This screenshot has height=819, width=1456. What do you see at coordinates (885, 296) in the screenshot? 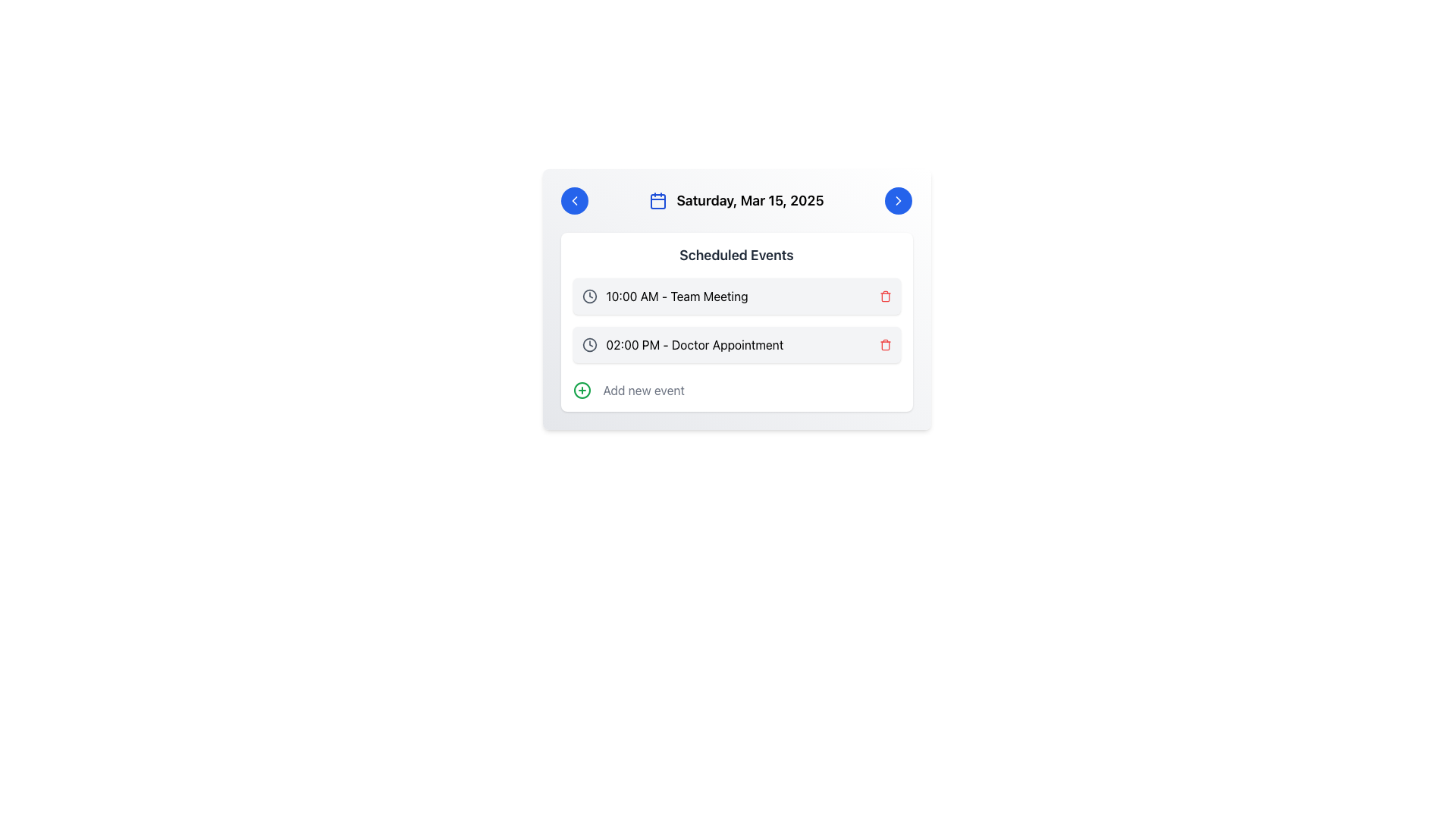
I see `the red trash can icon button located at the far-right end of the row for the event '10:00 AM - Team Meeting'` at bounding box center [885, 296].